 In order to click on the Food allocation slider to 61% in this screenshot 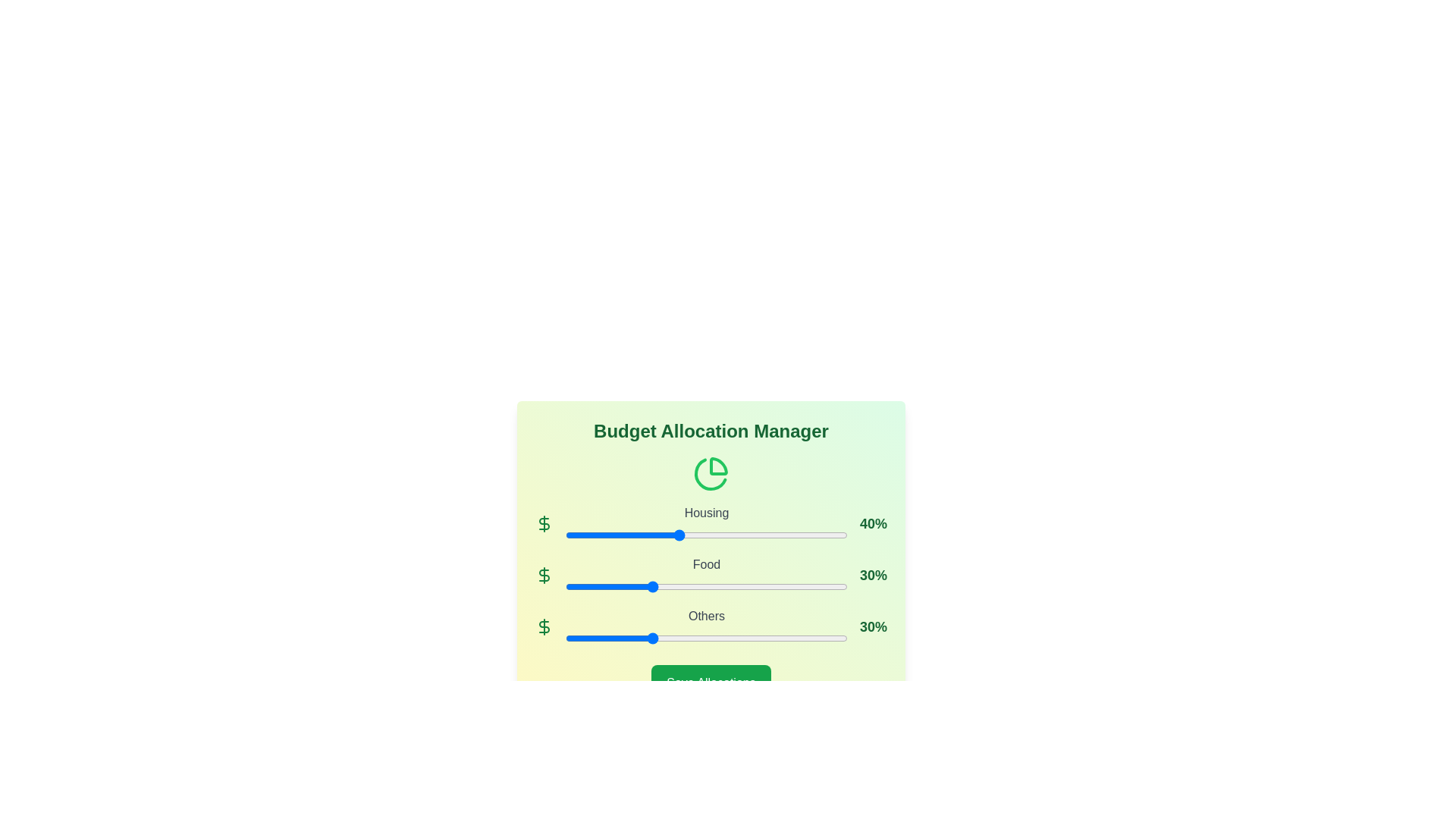, I will do `click(737, 586)`.